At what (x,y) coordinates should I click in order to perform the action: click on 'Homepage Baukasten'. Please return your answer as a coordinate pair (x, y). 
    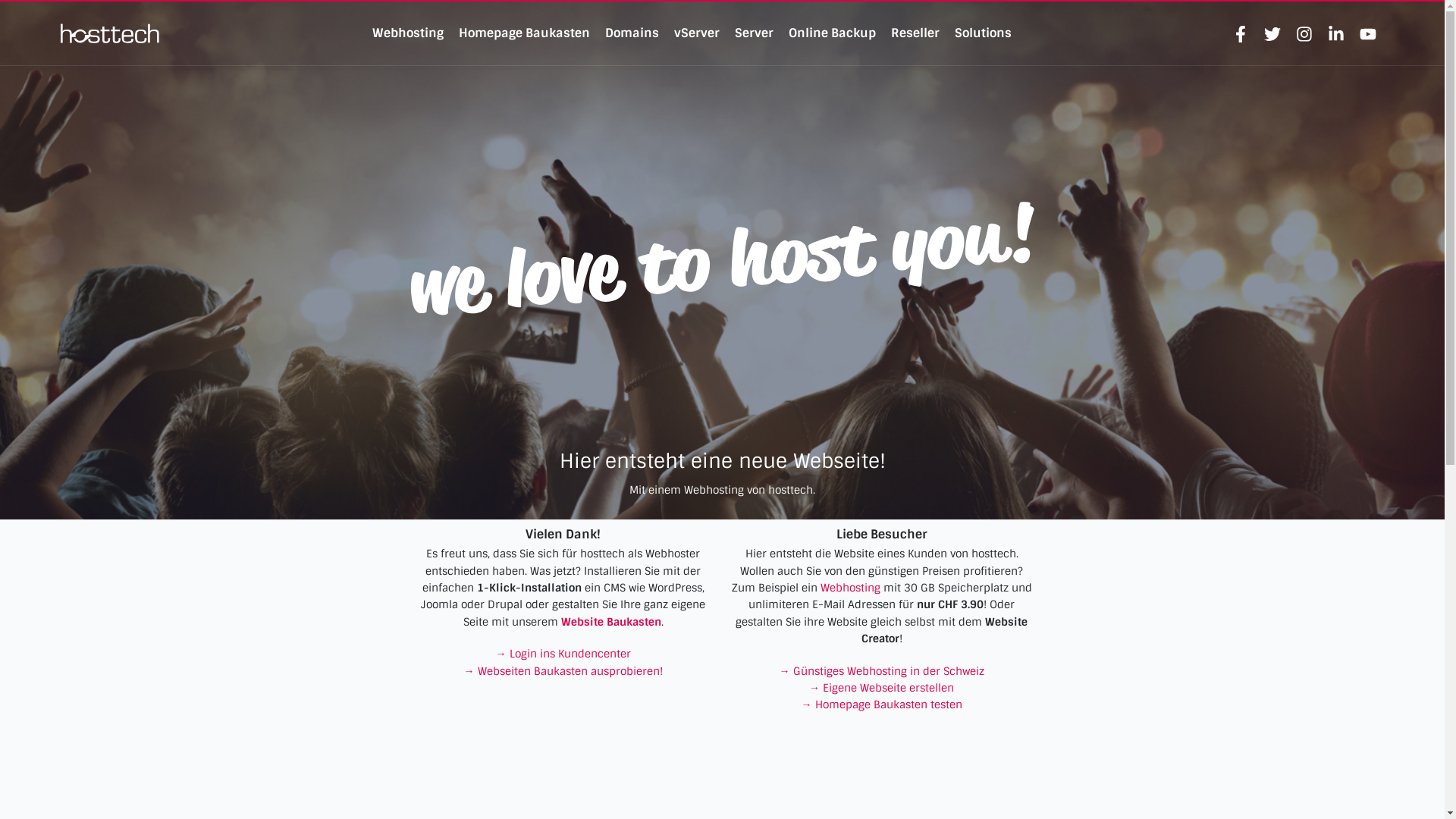
    Looking at the image, I should click on (524, 33).